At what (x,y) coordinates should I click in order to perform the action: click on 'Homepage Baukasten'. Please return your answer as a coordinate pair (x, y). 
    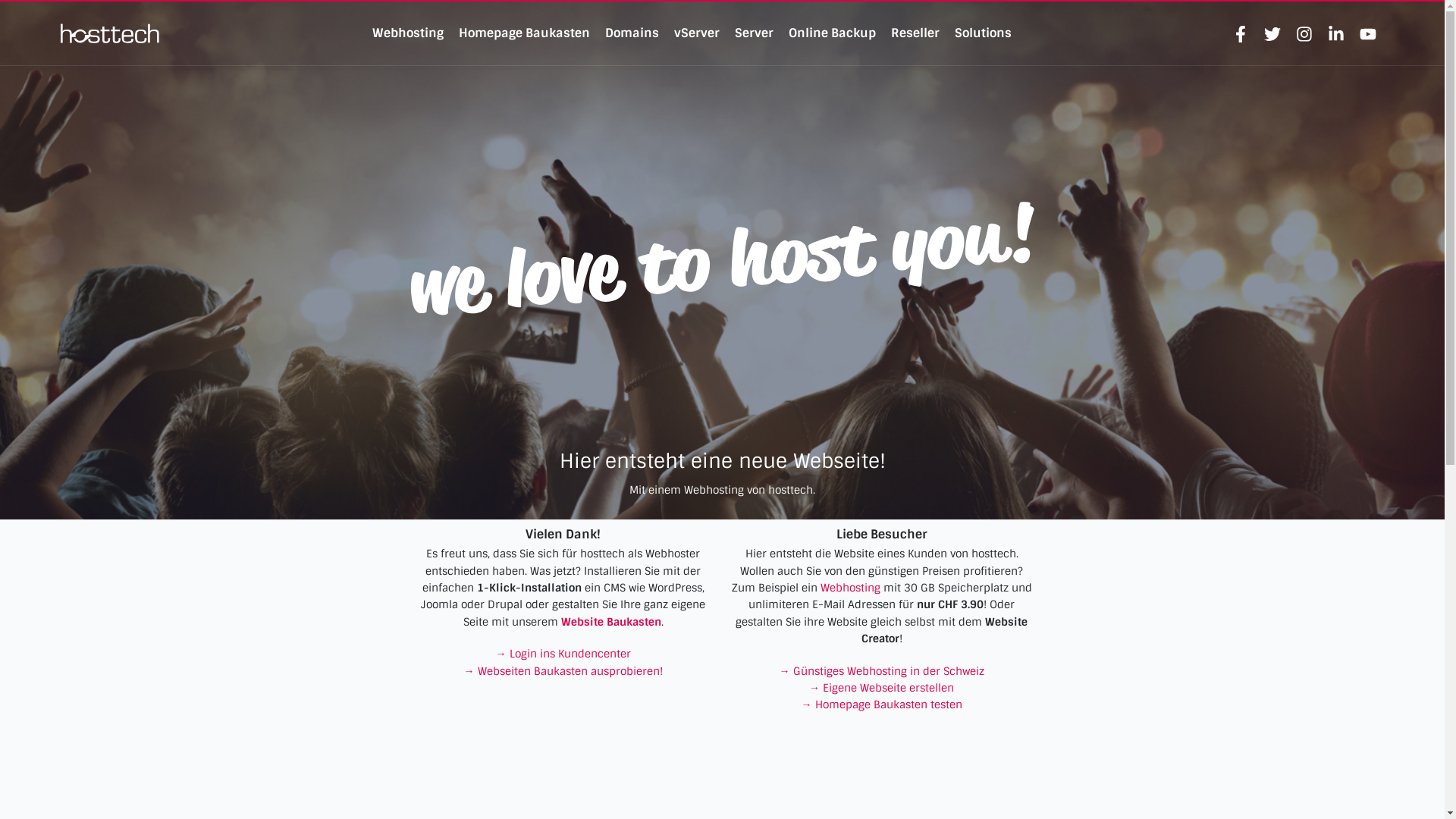
    Looking at the image, I should click on (524, 33).